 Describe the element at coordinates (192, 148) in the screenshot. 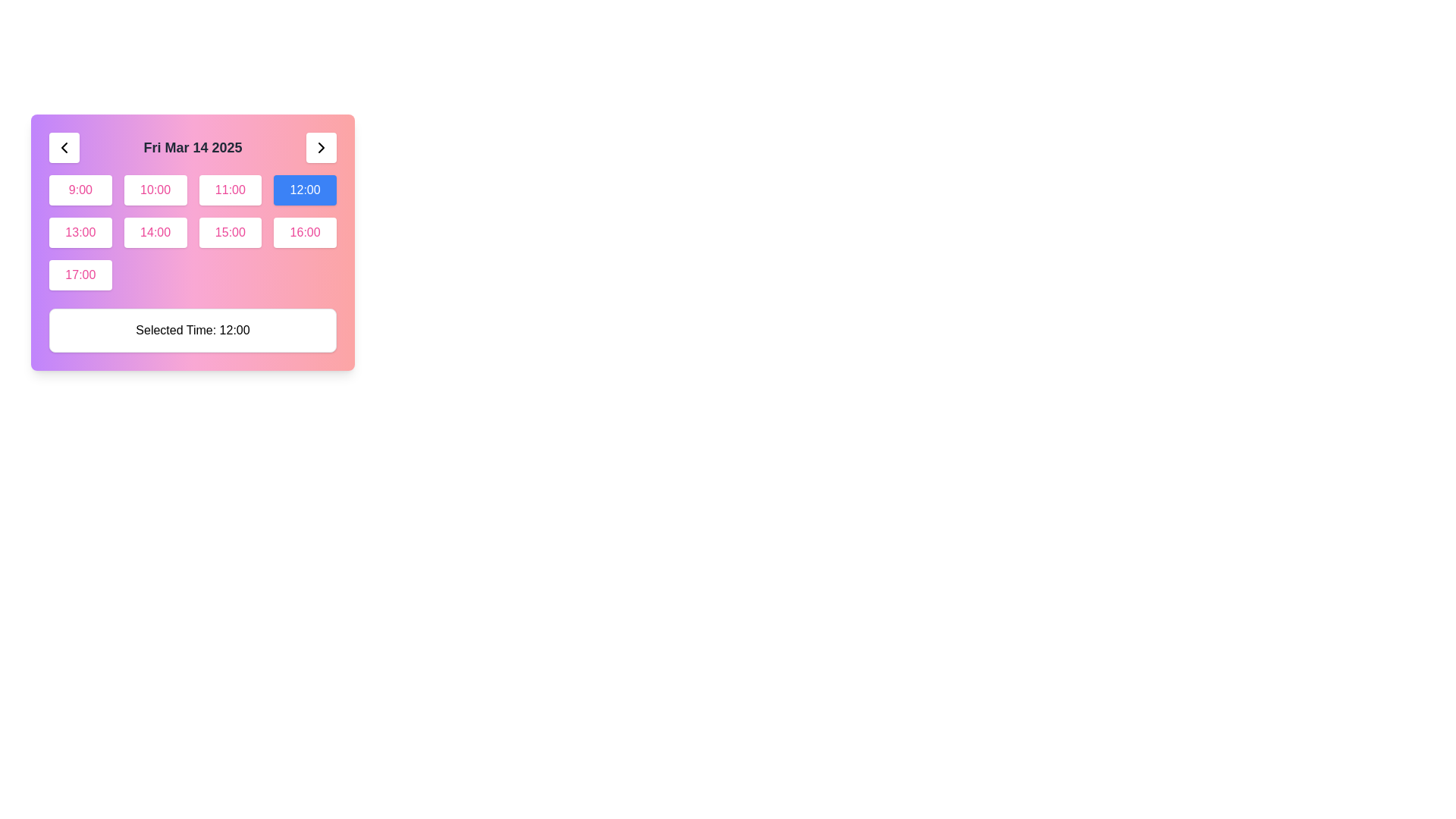

I see `the bold text label displaying the date 'Fri Mar 14 2025', which is centrally located in the header section between navigation buttons` at that location.